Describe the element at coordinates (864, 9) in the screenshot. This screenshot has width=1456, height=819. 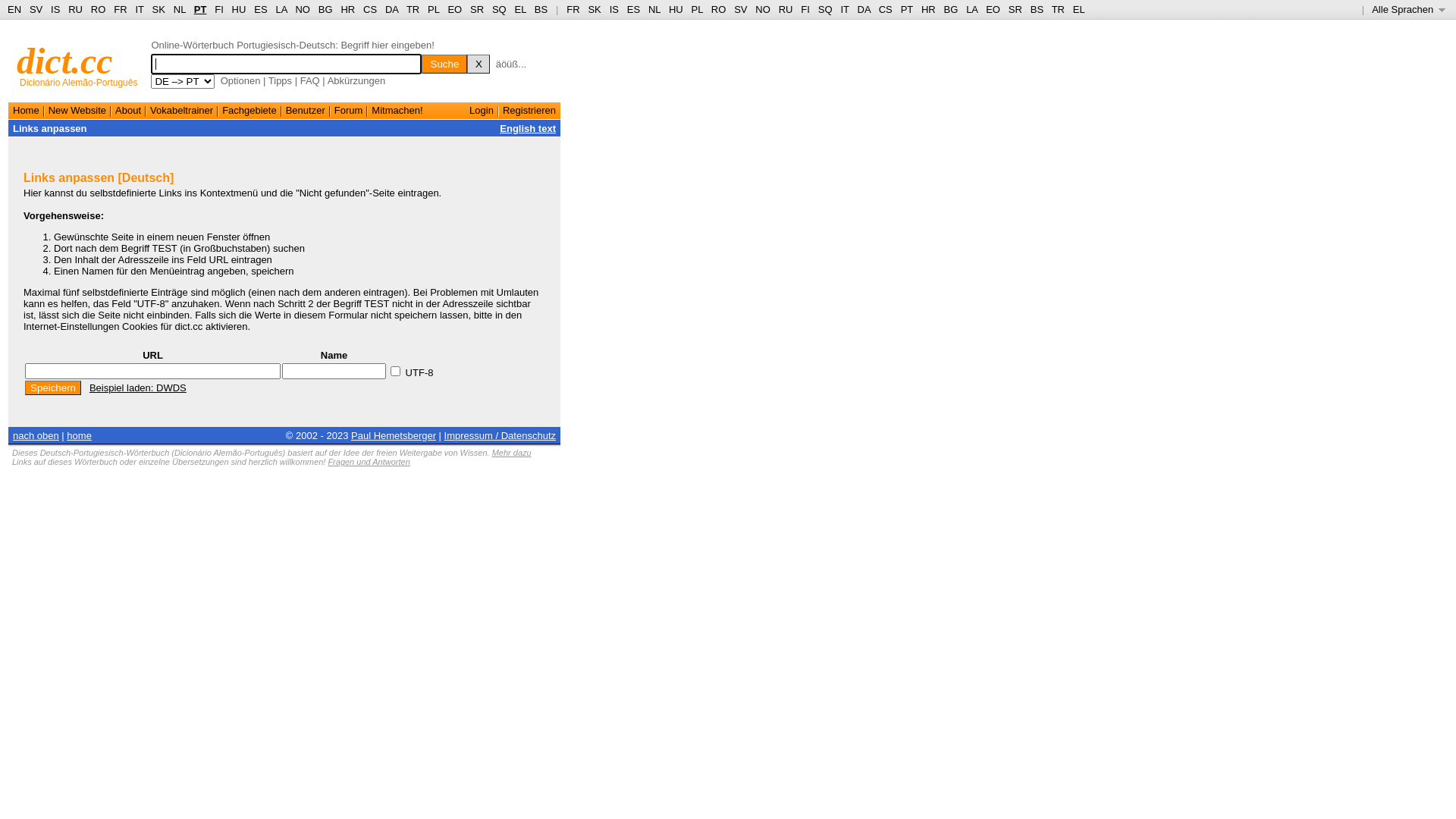
I see `'DA'` at that location.